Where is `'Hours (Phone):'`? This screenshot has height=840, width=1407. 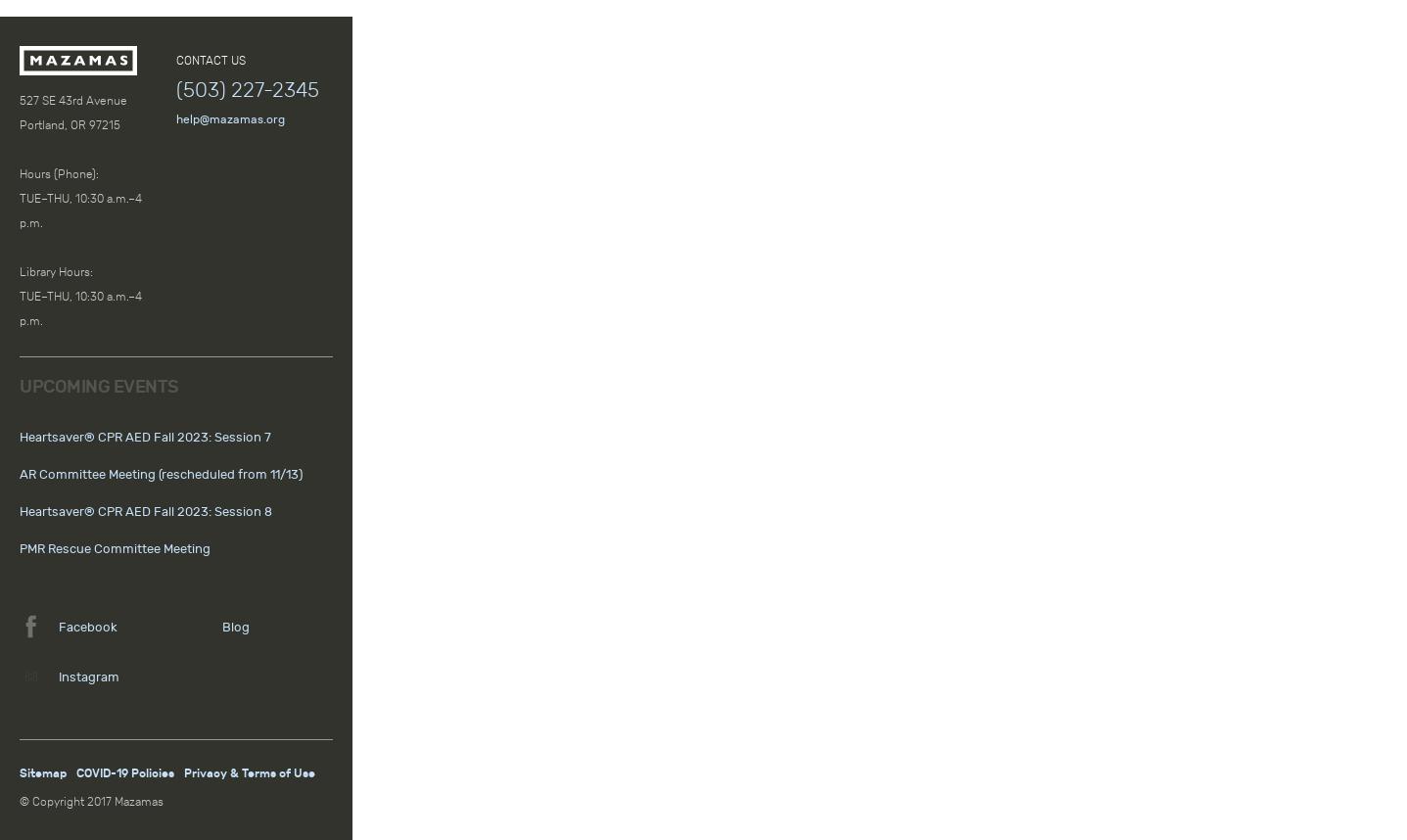 'Hours (Phone):' is located at coordinates (58, 173).